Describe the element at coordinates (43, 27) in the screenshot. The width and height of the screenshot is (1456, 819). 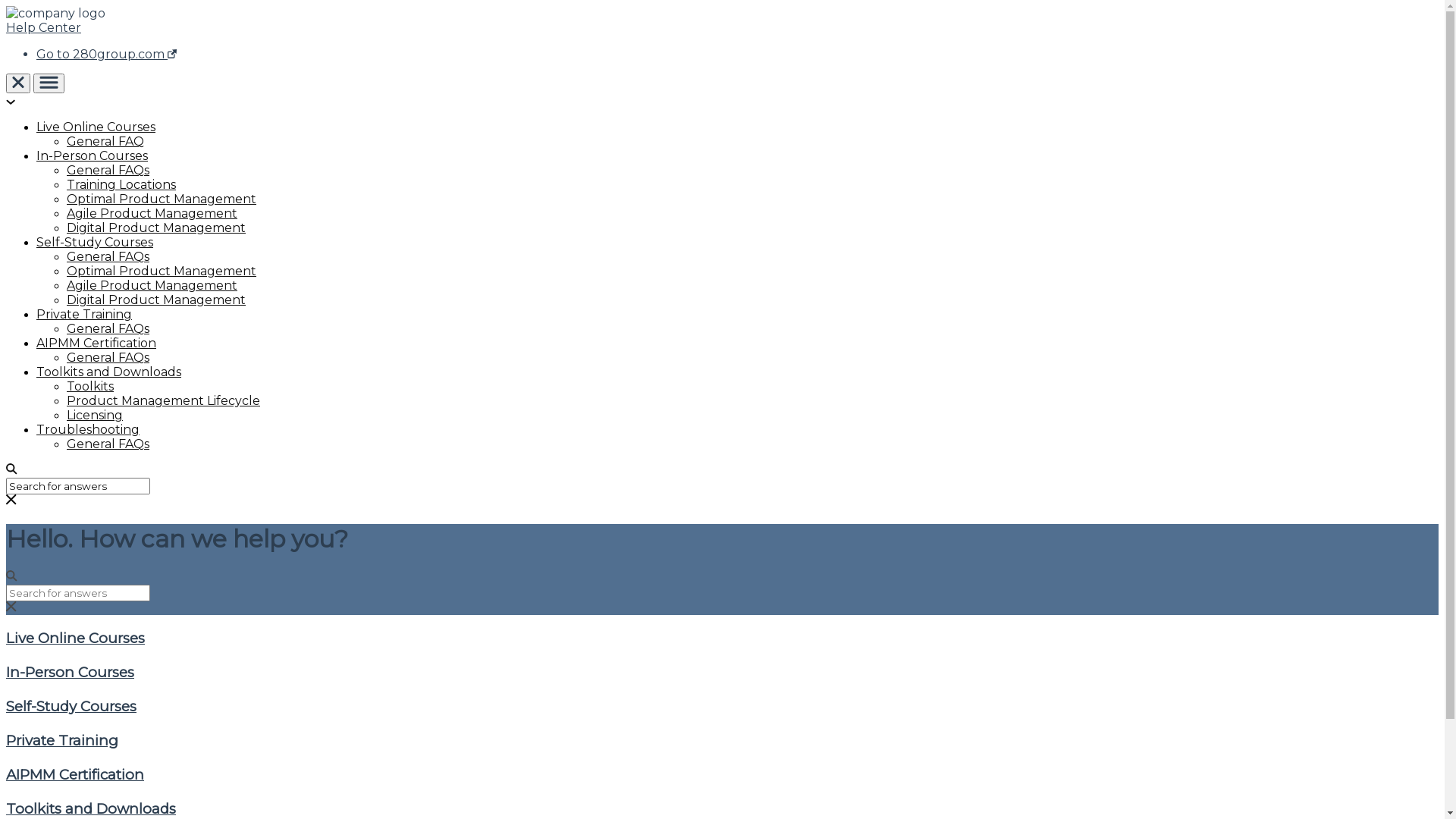
I see `'Help Center'` at that location.